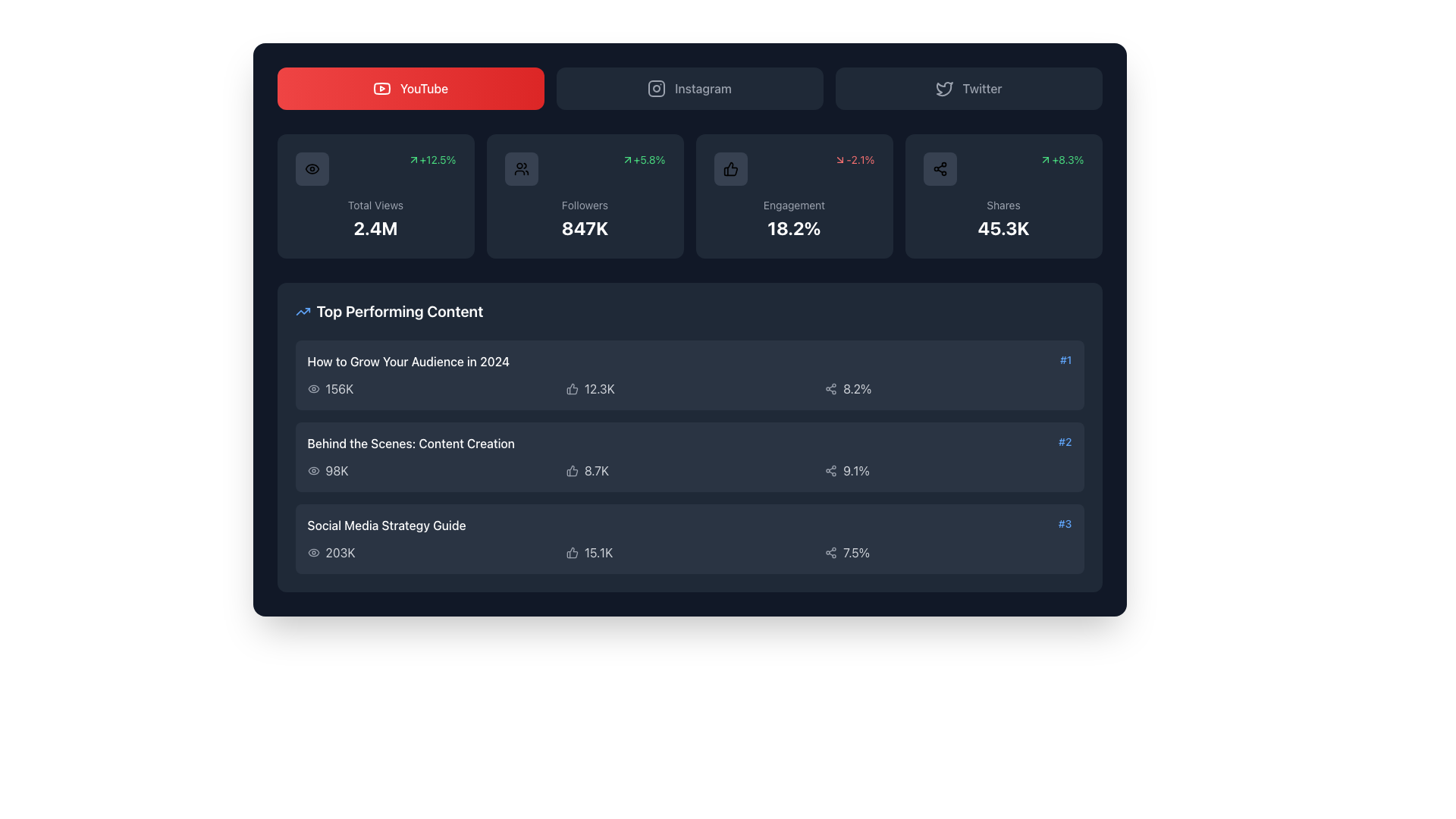 The image size is (1456, 819). What do you see at coordinates (408, 362) in the screenshot?
I see `the static text element that displays the title of the first item in the 'Top Performing Content' section` at bounding box center [408, 362].